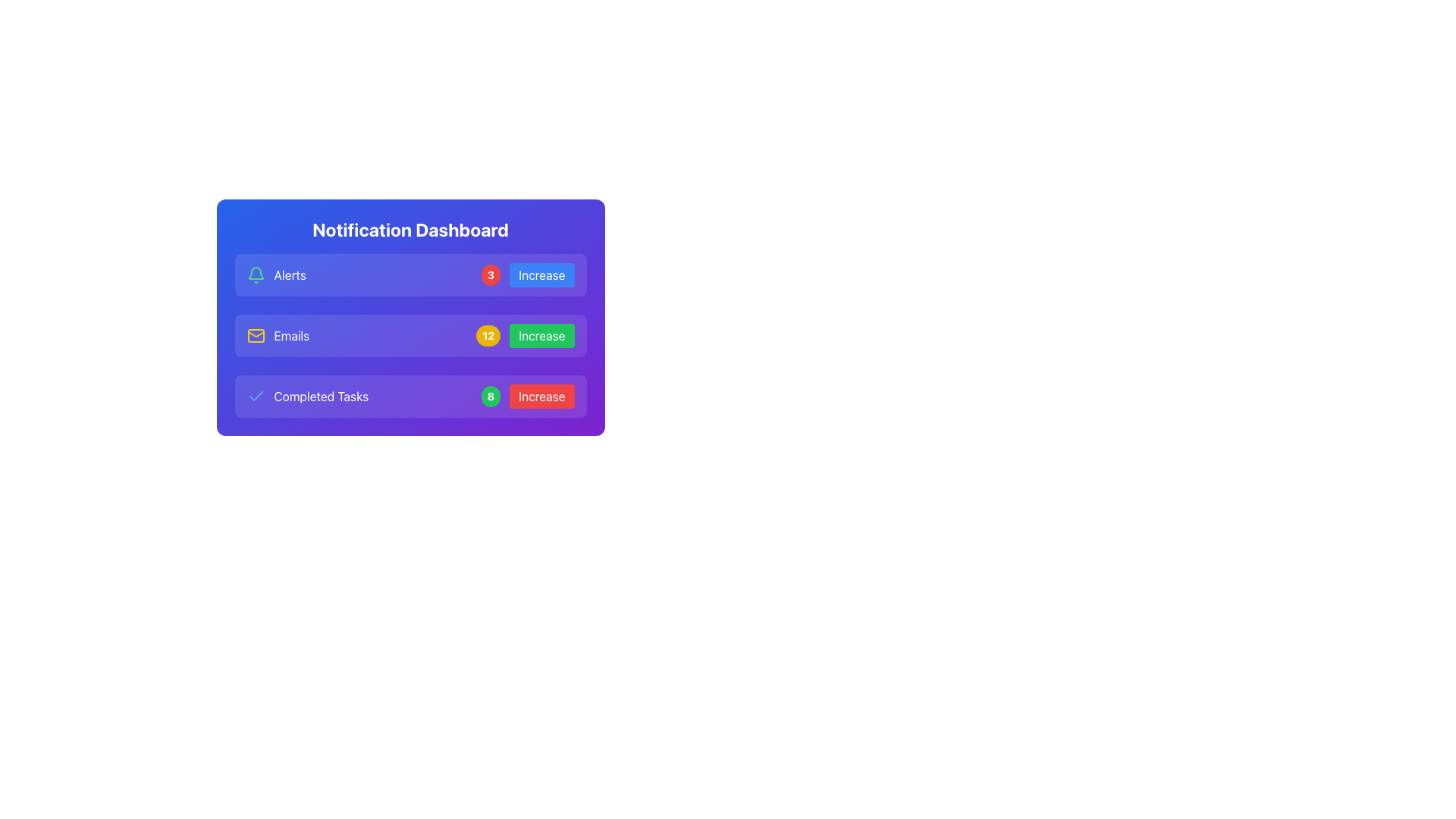  Describe the element at coordinates (410, 396) in the screenshot. I see `the UI card displaying completed tasks summary with an 'Increase' button, located in the Notification Dashboard below 'Emails'` at that location.